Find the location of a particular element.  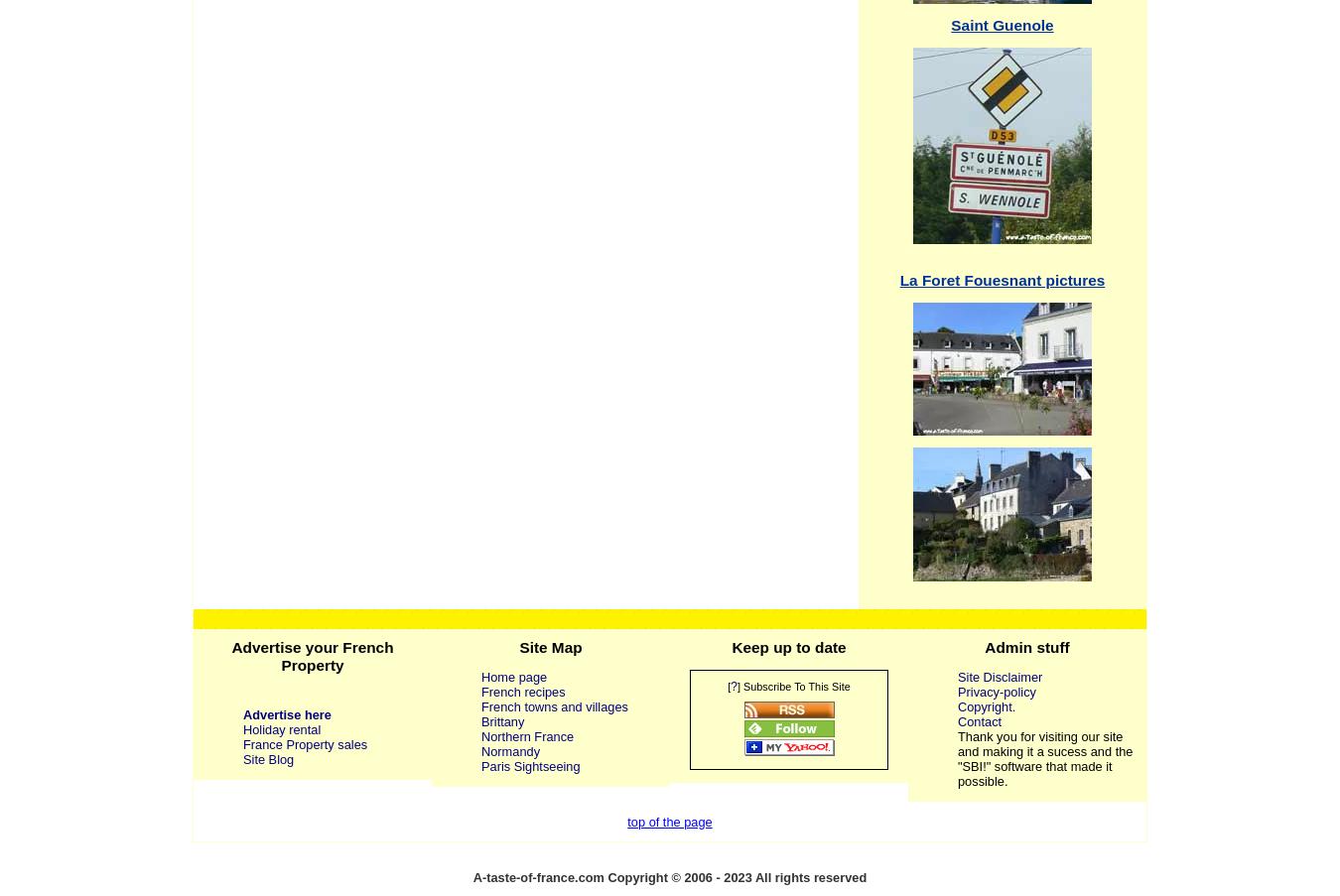

'Admin stuff' is located at coordinates (1026, 646).